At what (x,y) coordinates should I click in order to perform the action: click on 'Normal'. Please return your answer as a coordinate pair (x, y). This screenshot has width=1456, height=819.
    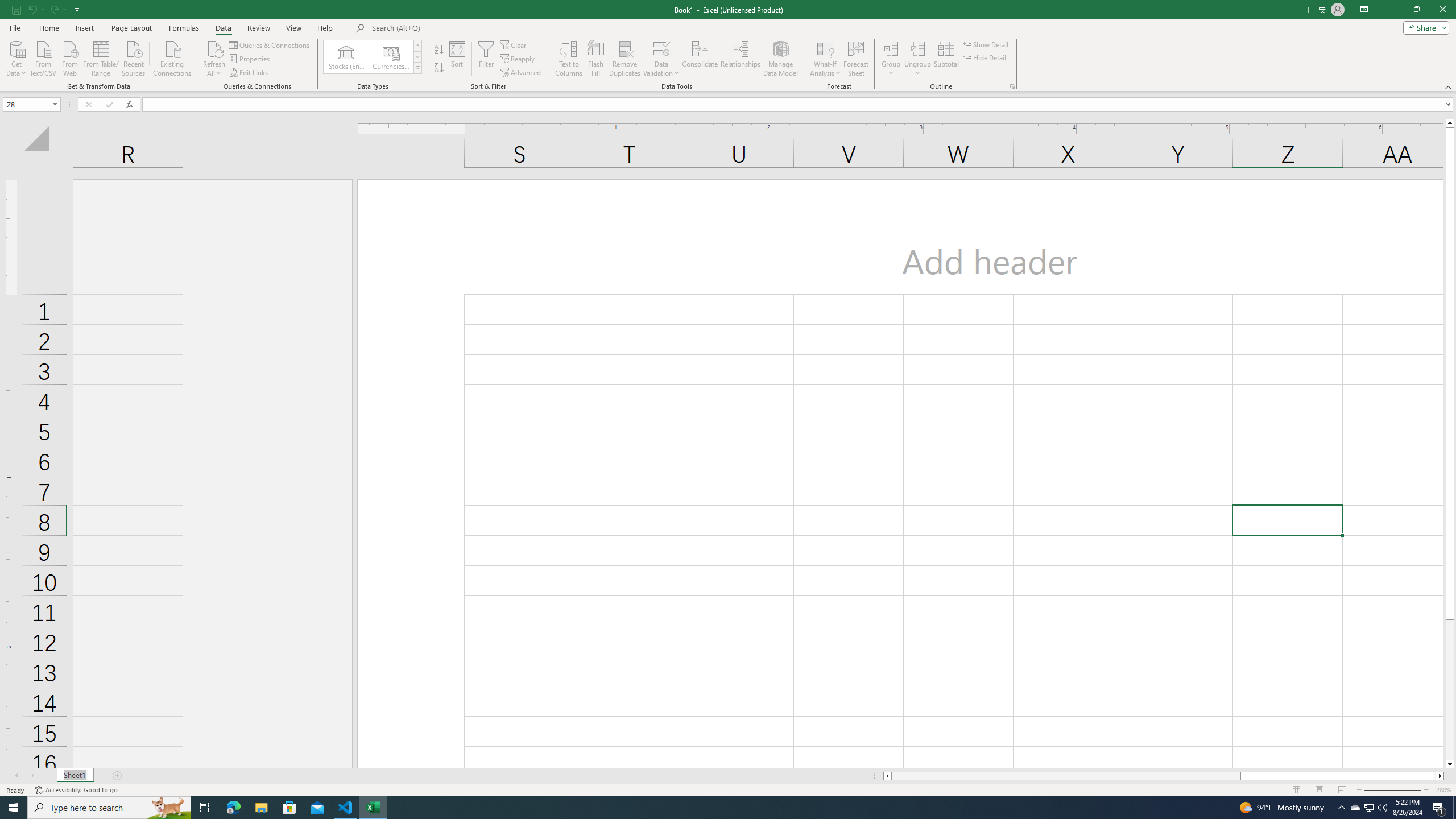
    Looking at the image, I should click on (1296, 790).